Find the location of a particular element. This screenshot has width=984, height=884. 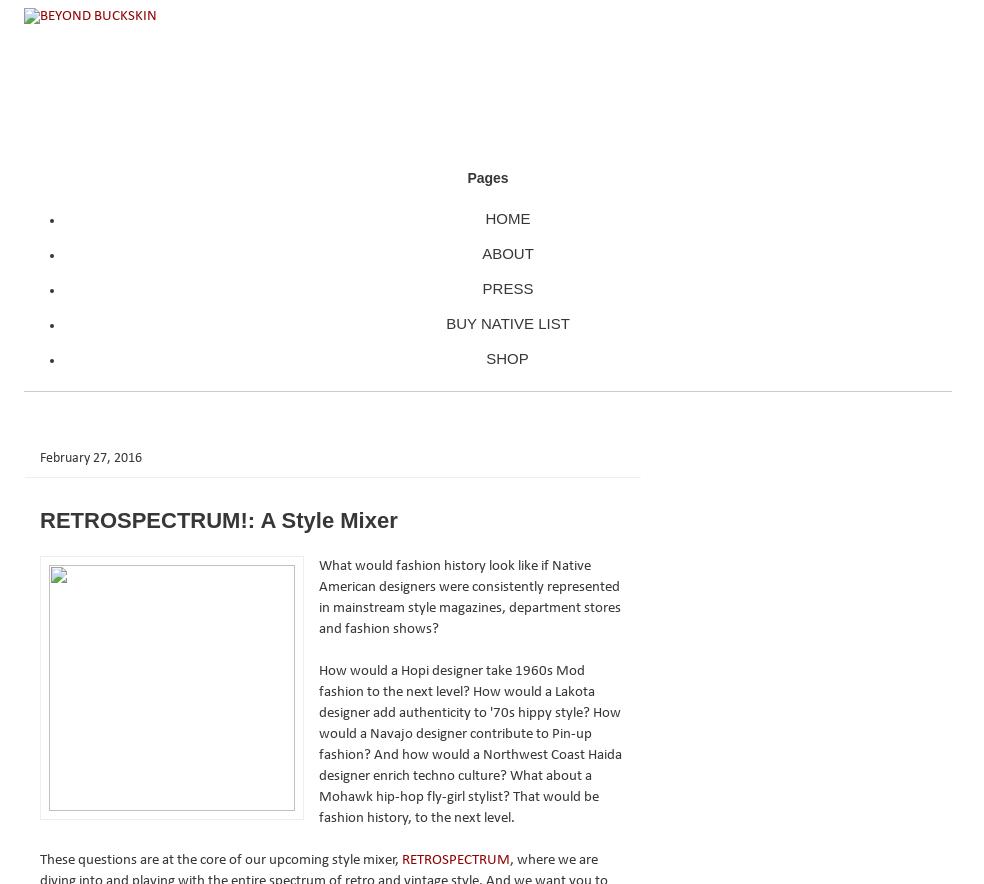

'BUY NATIVE LIST' is located at coordinates (506, 322).